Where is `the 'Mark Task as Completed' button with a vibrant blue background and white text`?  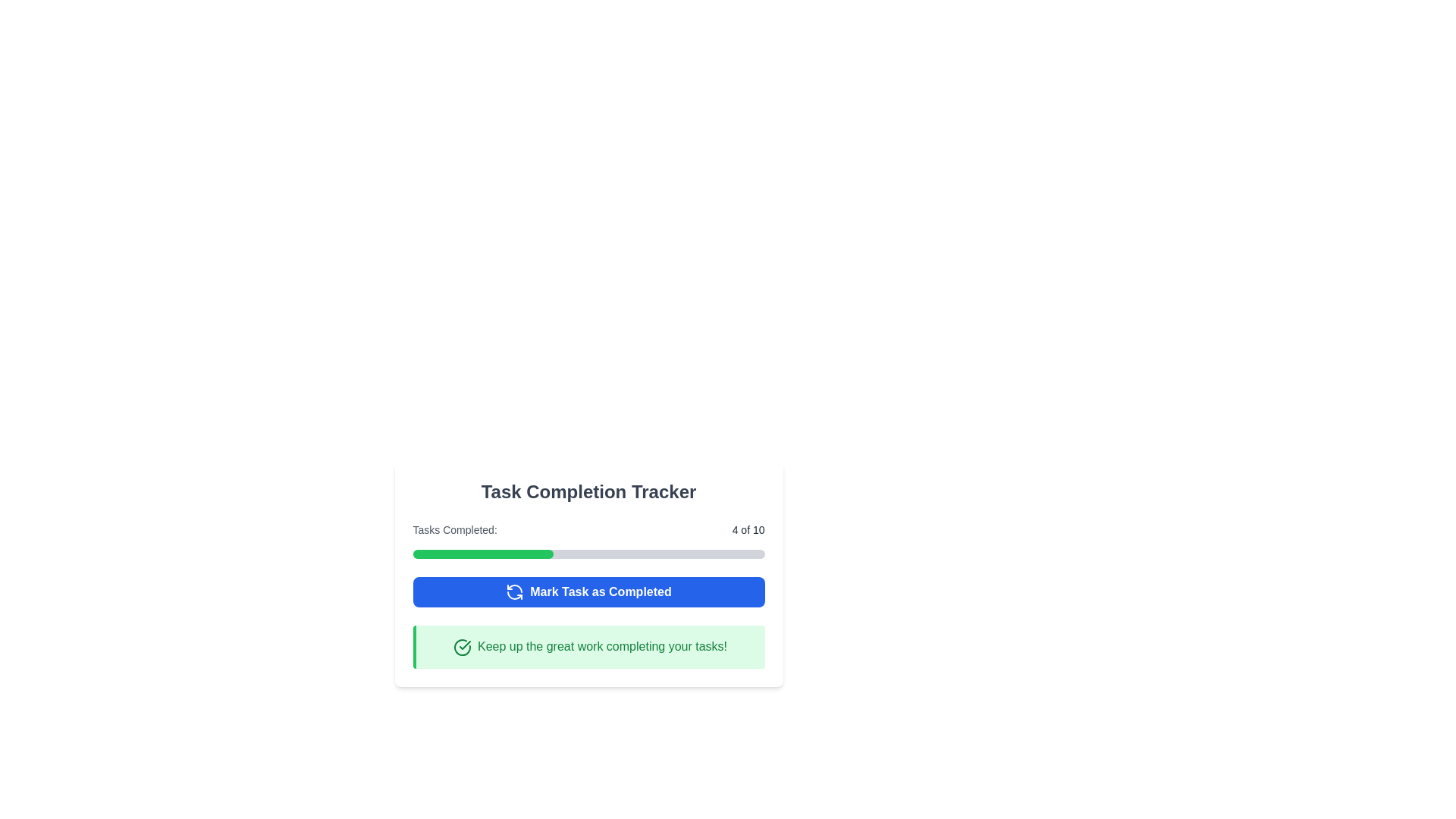 the 'Mark Task as Completed' button with a vibrant blue background and white text is located at coordinates (588, 591).